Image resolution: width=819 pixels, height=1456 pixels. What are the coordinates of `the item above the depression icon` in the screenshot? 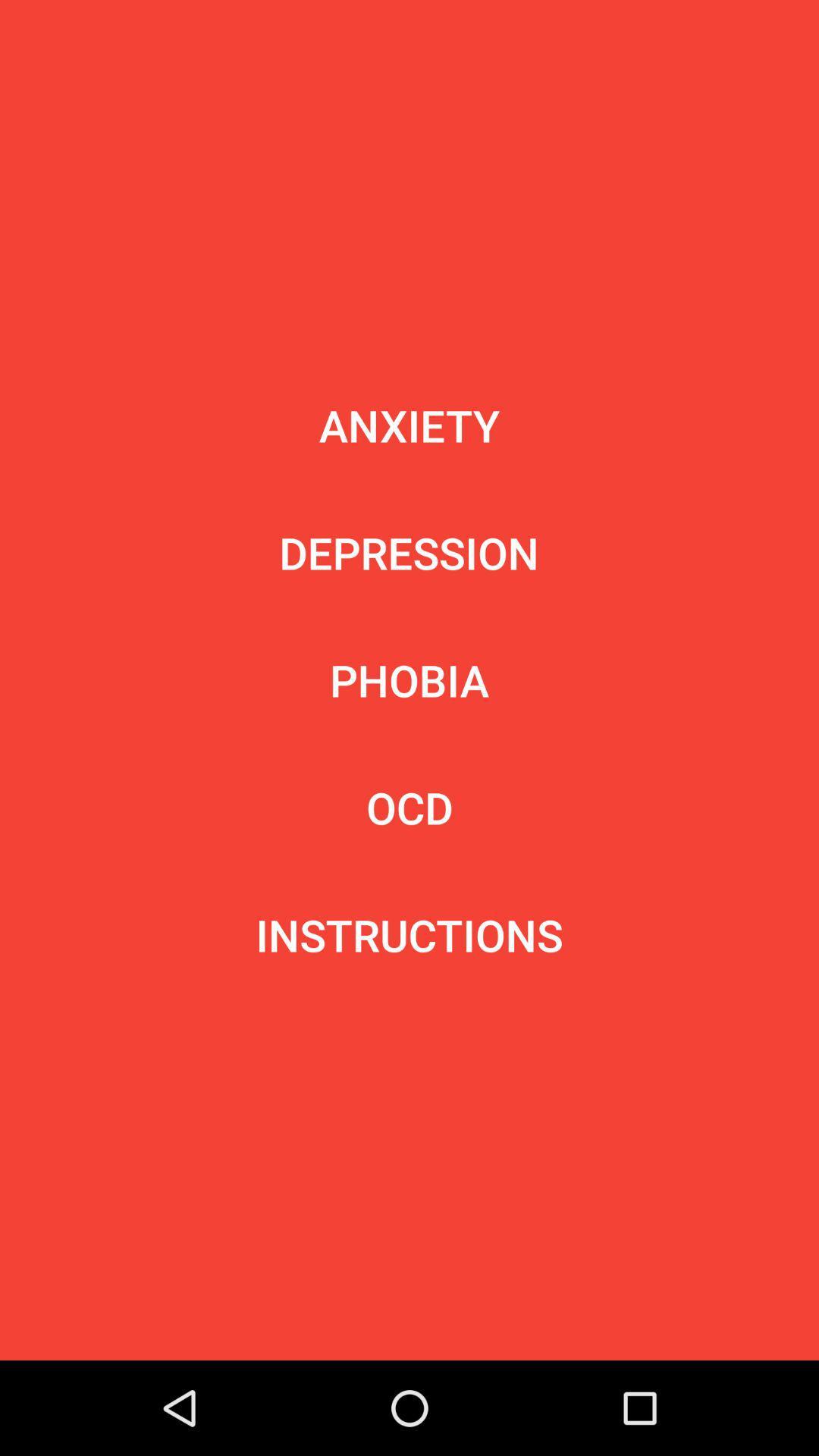 It's located at (409, 425).